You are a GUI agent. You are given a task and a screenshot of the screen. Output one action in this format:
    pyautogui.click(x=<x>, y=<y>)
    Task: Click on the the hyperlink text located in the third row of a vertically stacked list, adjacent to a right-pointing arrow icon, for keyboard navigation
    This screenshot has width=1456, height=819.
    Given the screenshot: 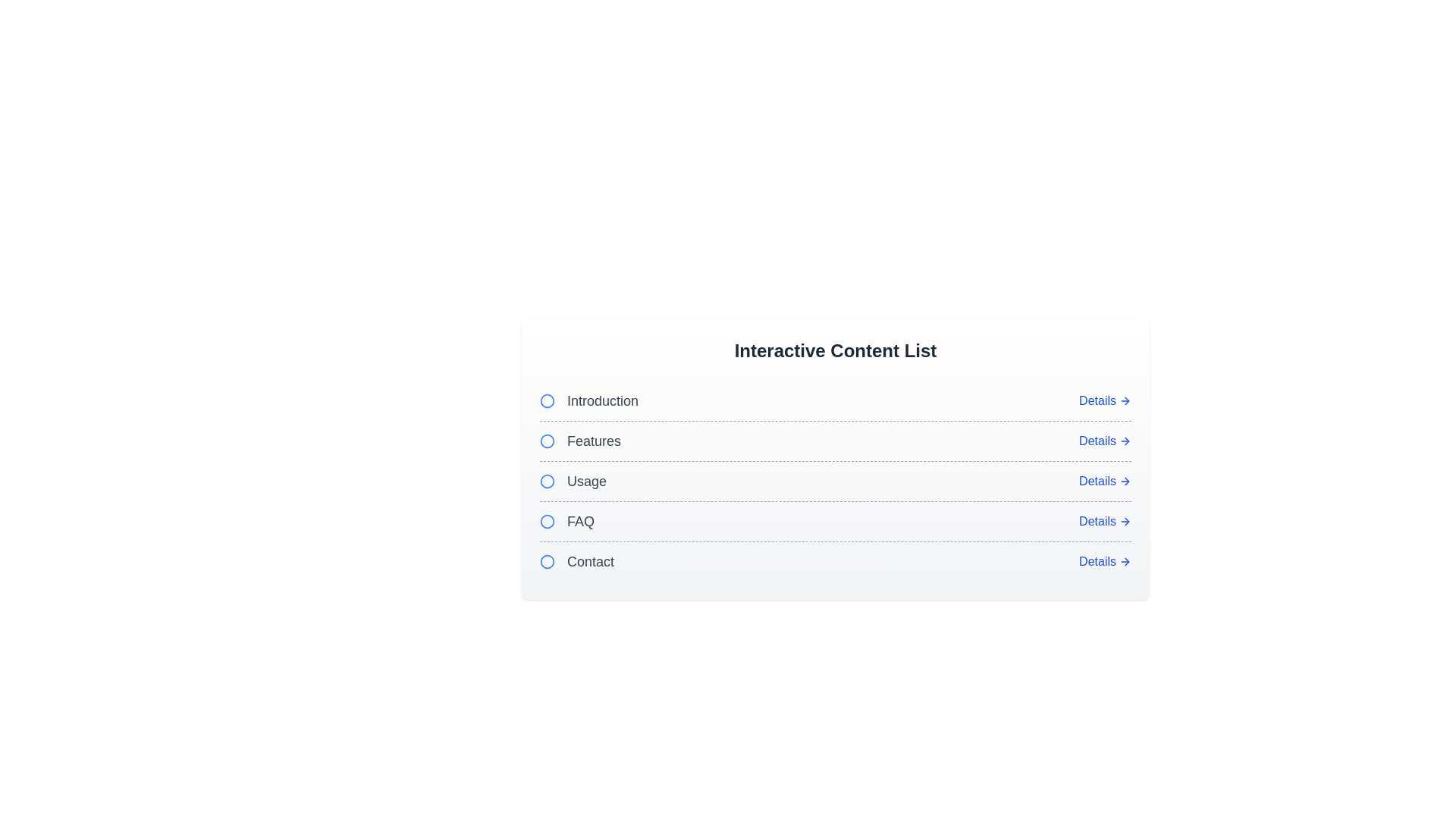 What is the action you would take?
    pyautogui.click(x=1097, y=482)
    